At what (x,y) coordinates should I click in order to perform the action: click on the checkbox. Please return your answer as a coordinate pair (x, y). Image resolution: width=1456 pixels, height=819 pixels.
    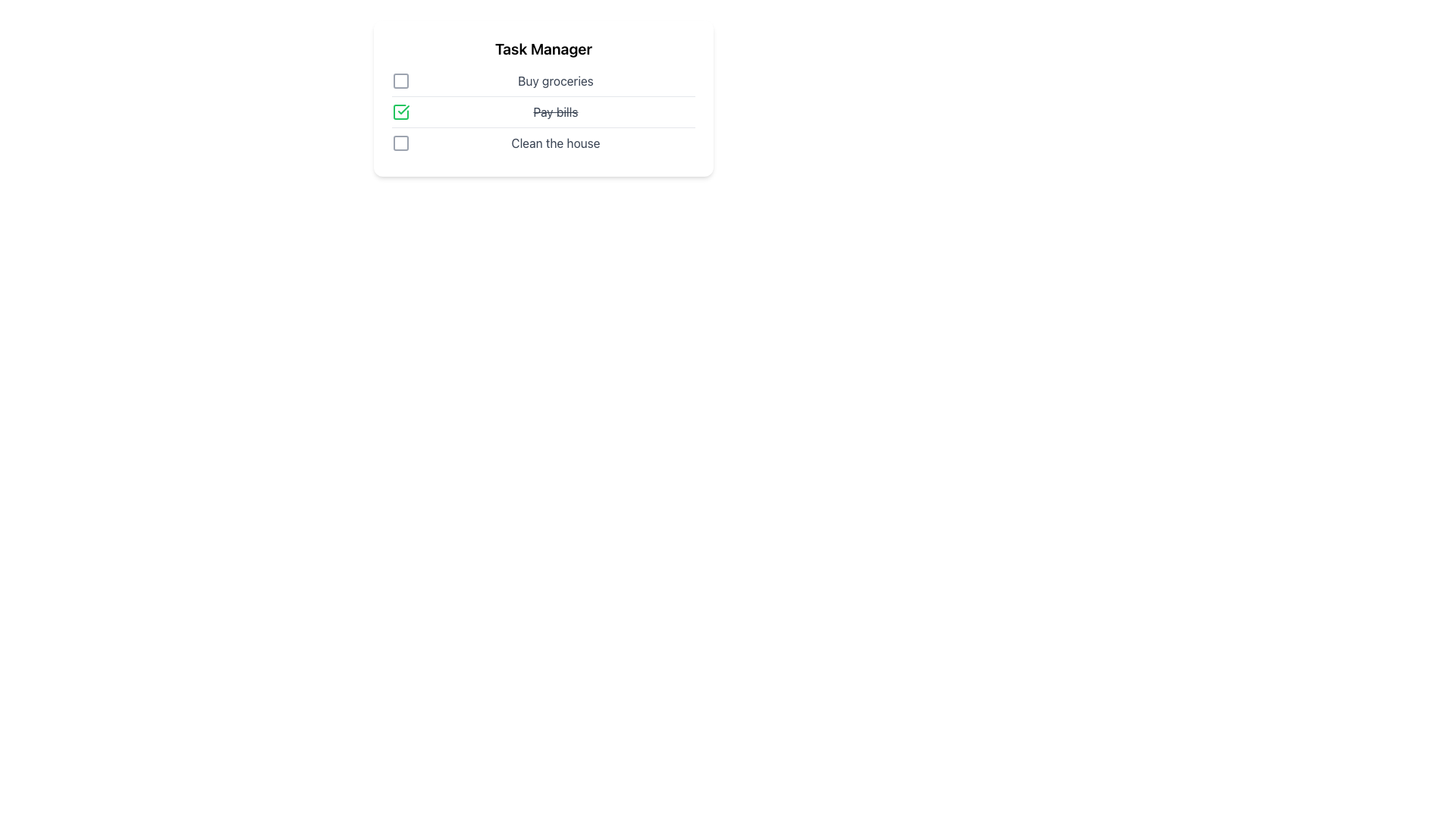
    Looking at the image, I should click on (400, 143).